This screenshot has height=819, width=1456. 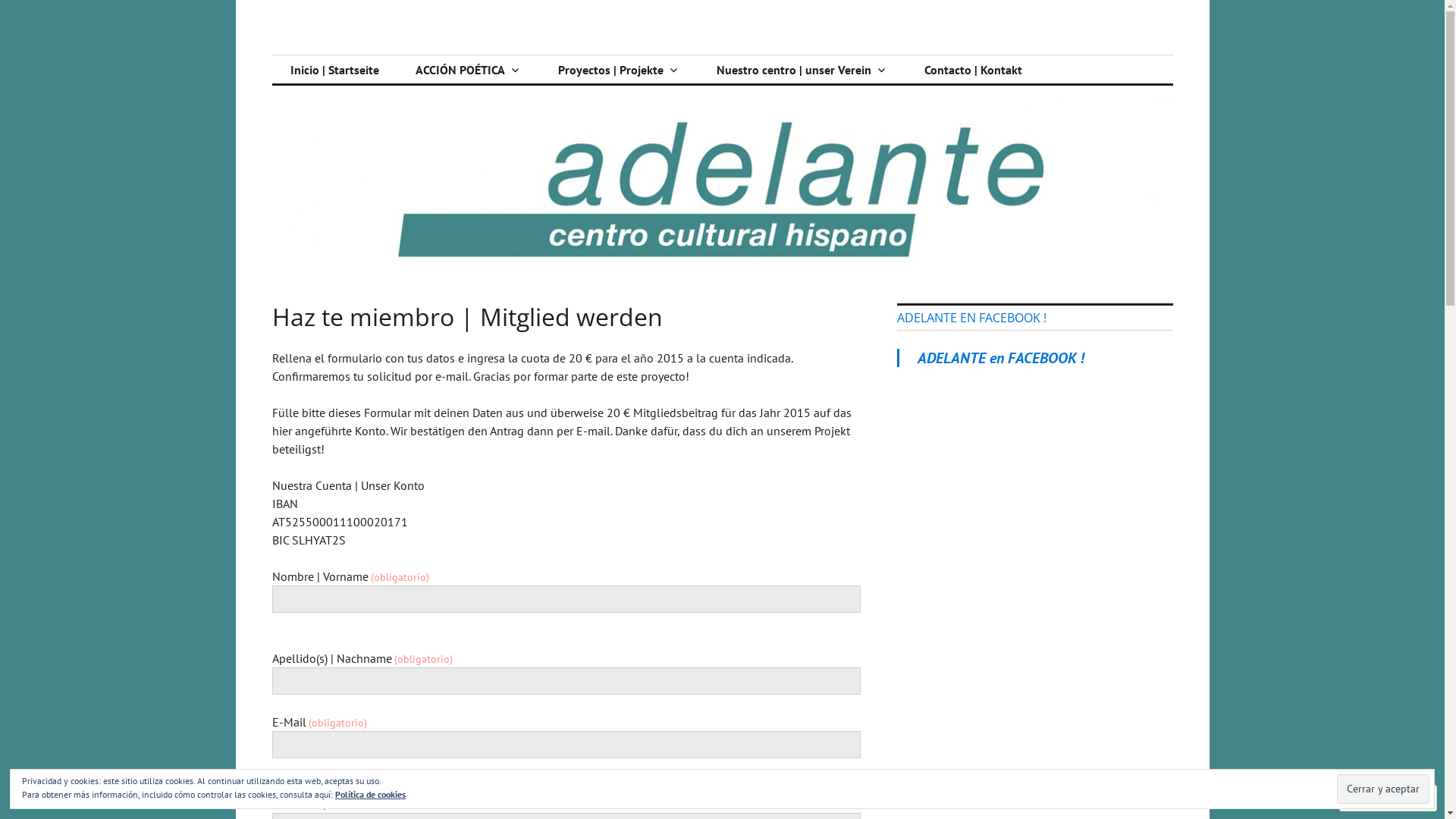 I want to click on 'Seguir', so click(x=1374, y=797).